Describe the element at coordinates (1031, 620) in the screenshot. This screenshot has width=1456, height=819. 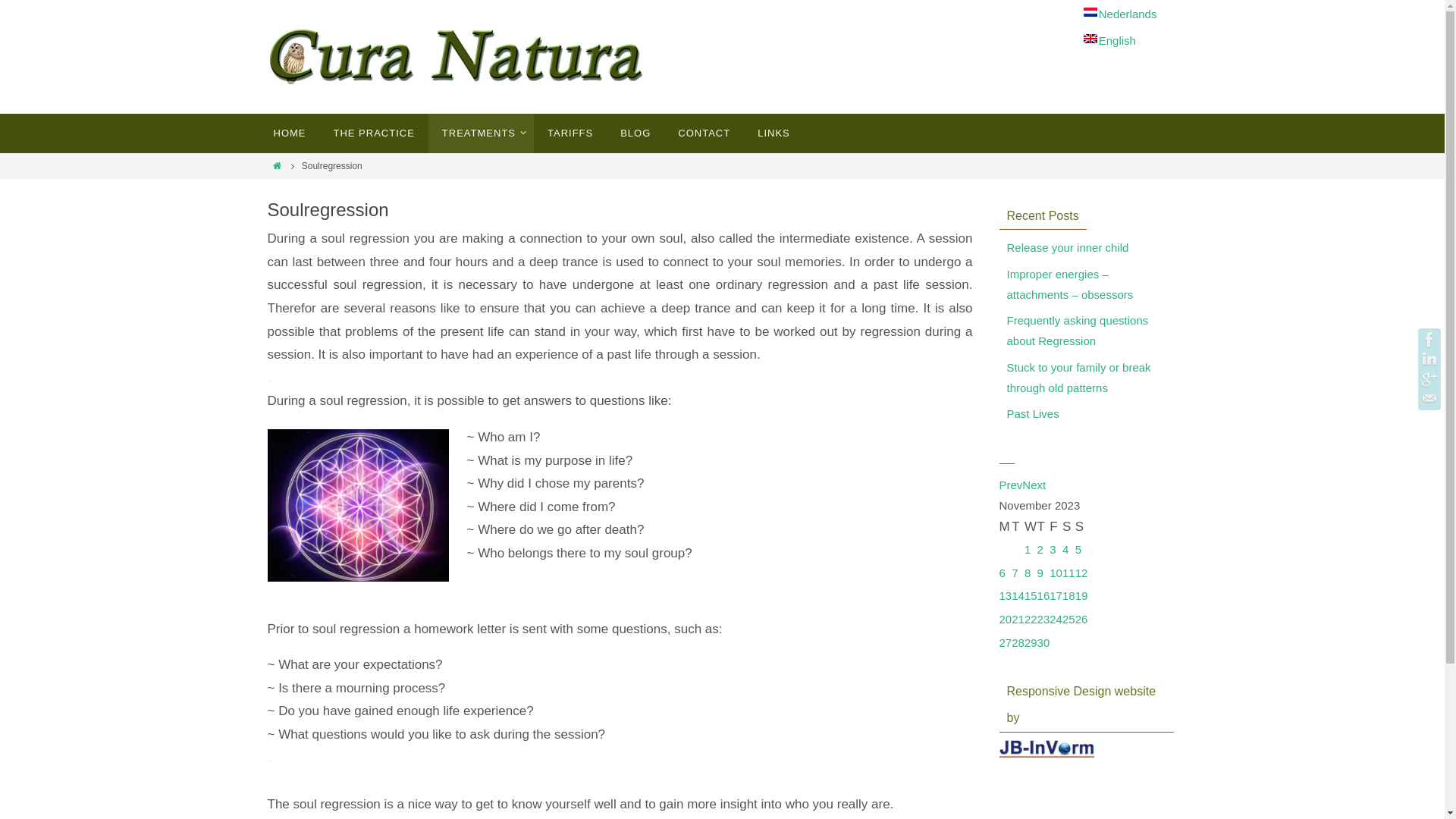
I see `'22'` at that location.